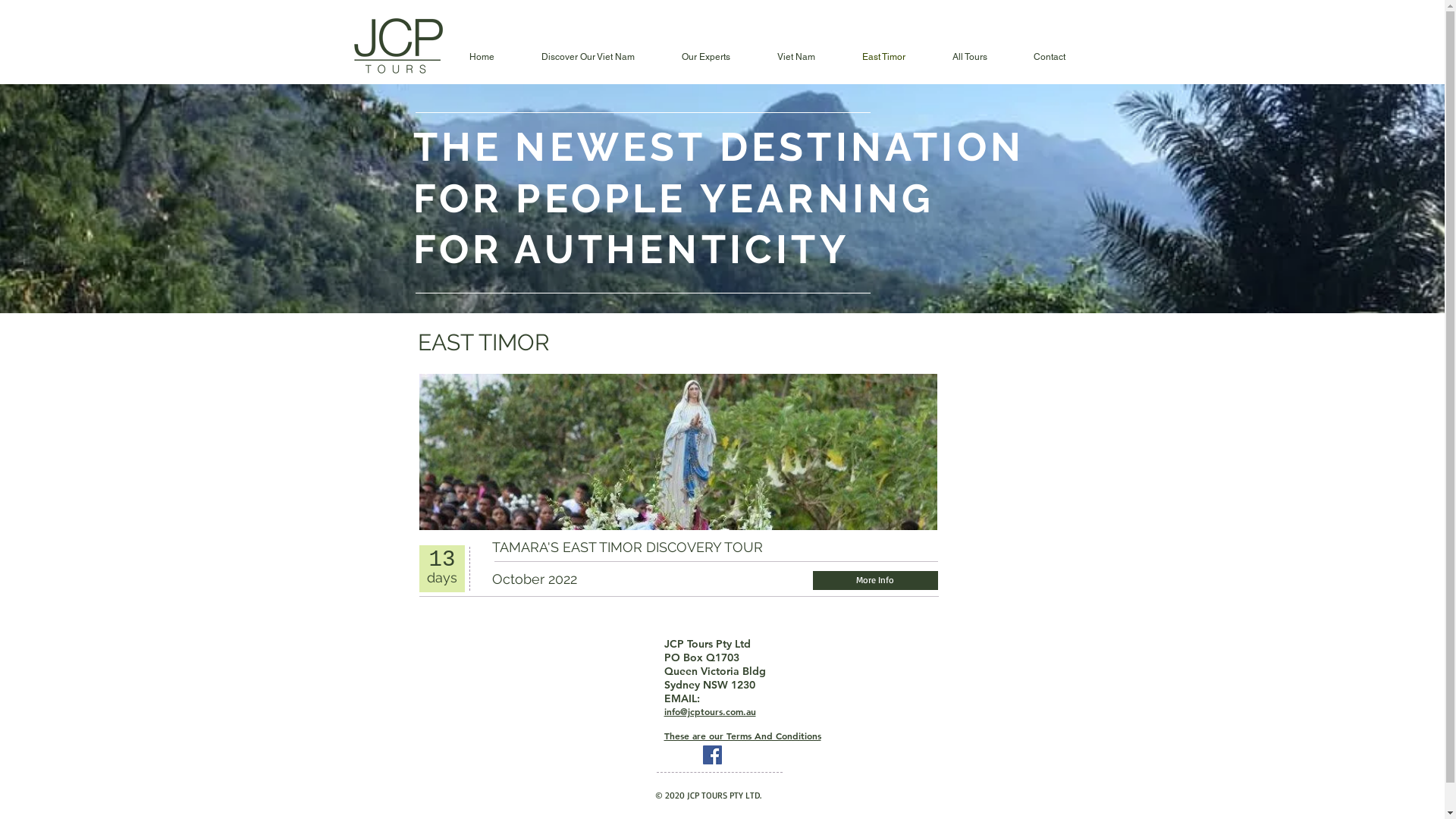 The image size is (1456, 819). Describe the element at coordinates (664, 711) in the screenshot. I see `'info@jcptours.com.au'` at that location.